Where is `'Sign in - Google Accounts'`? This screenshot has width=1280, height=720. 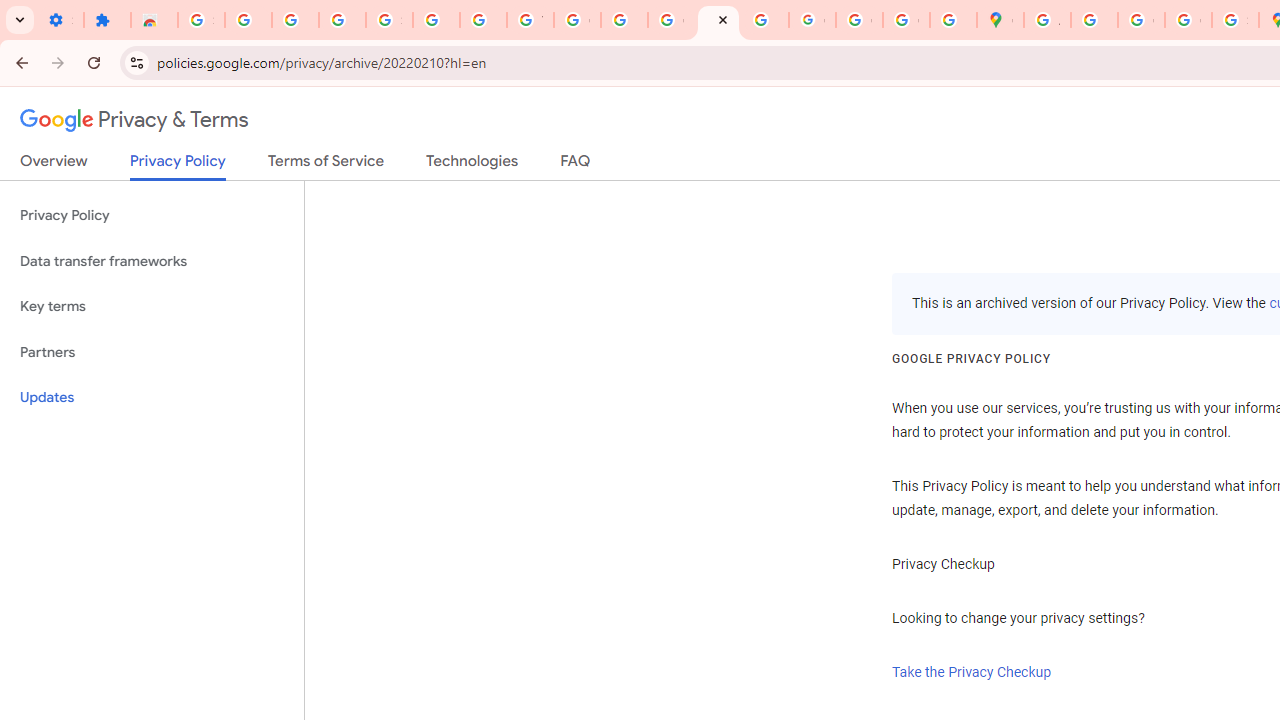 'Sign in - Google Accounts' is located at coordinates (201, 20).